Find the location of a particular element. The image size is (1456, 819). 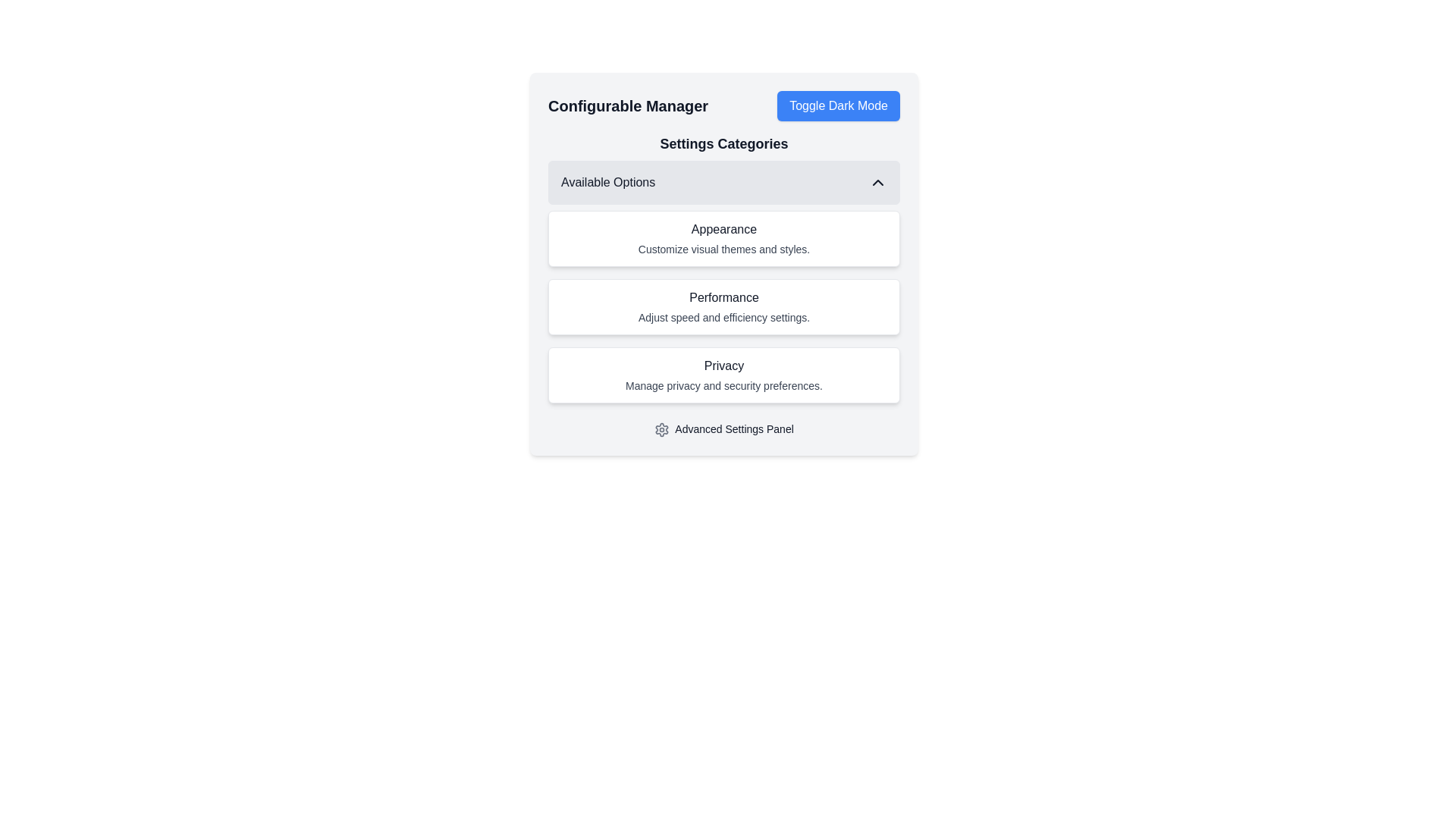

the 'Appearance' section header which contains the descriptive text 'Customize visual themes and styles.' is located at coordinates (723, 239).